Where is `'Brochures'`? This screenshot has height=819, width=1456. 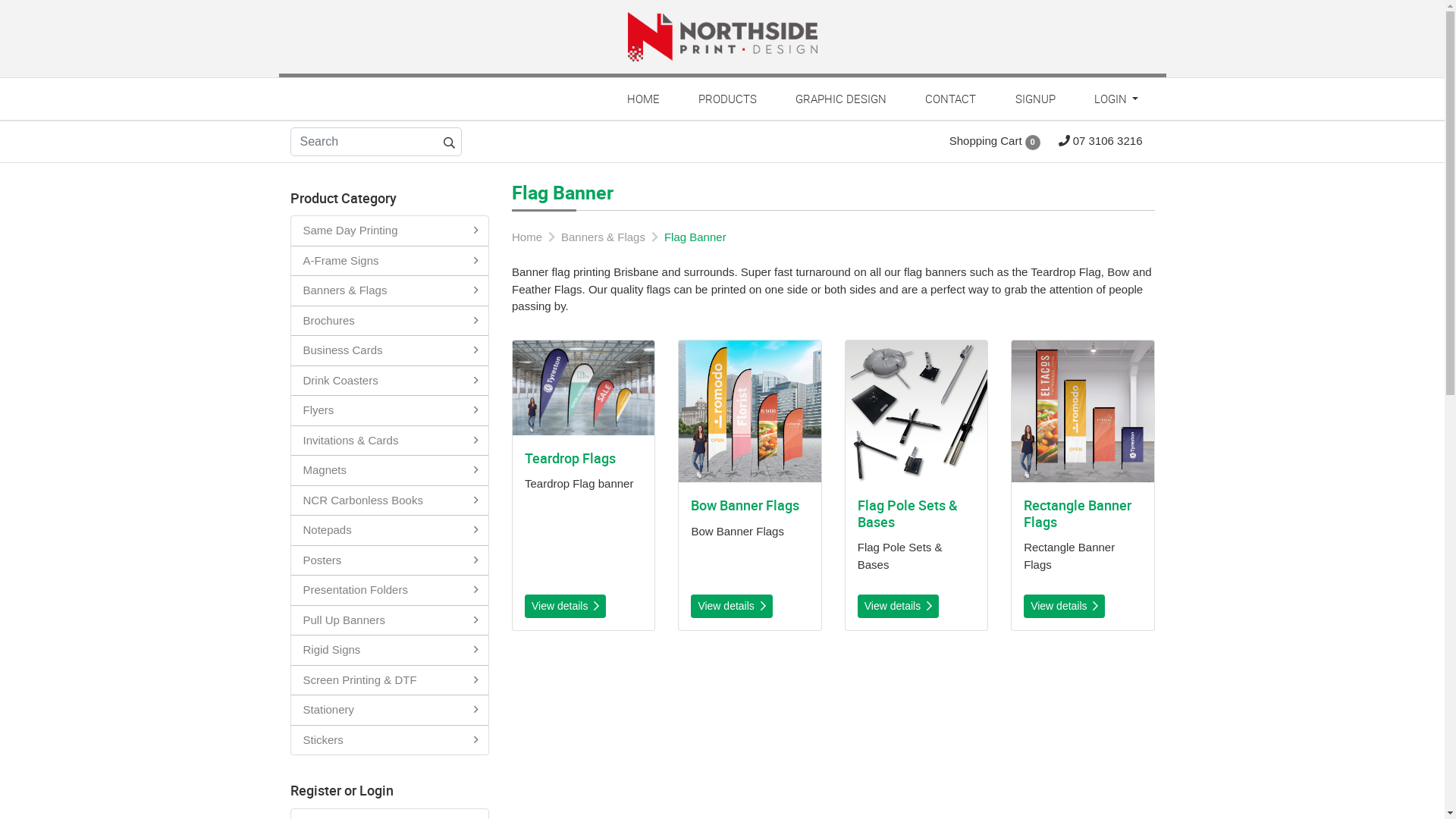 'Brochures' is located at coordinates (291, 320).